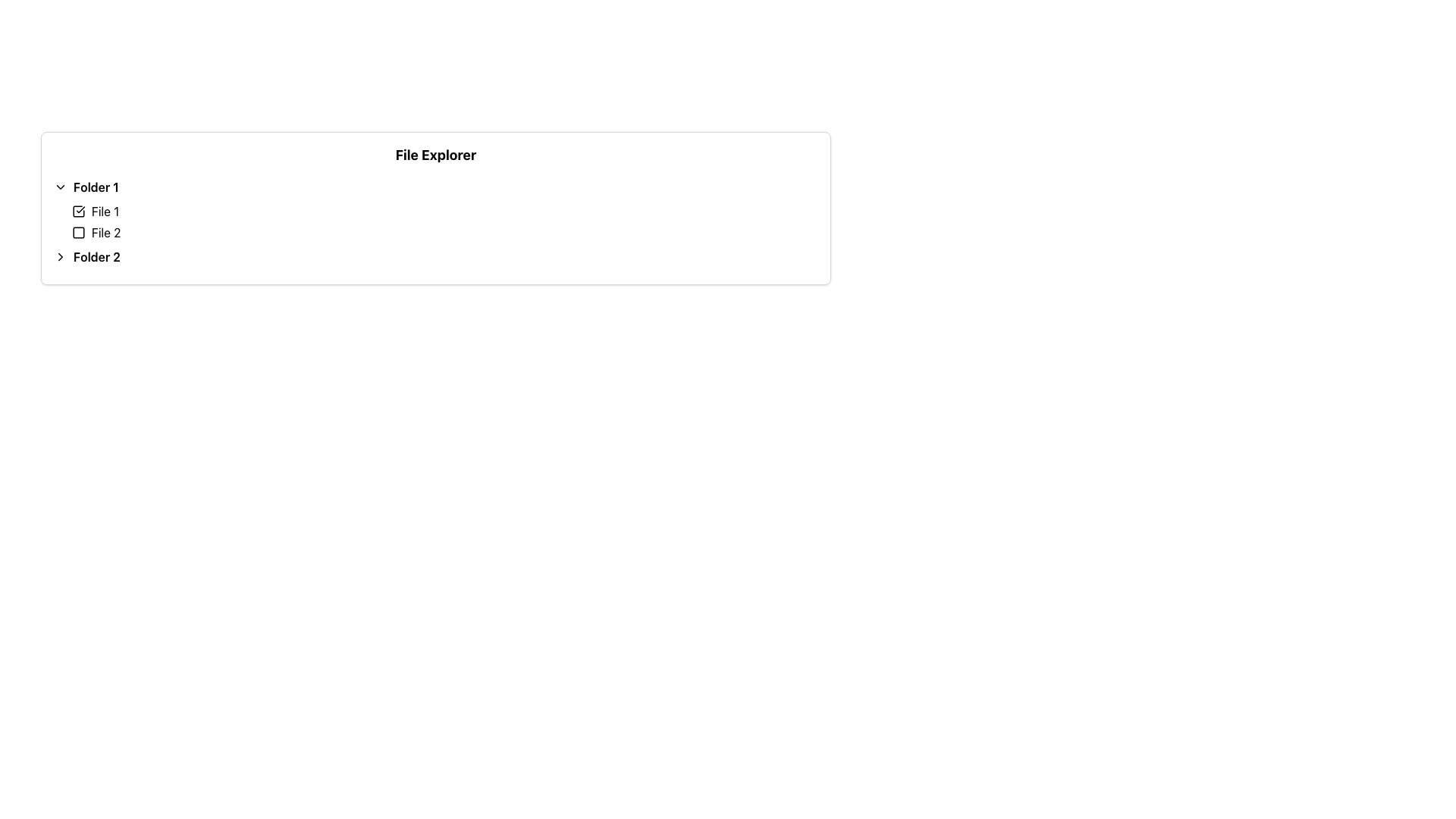  What do you see at coordinates (78, 211) in the screenshot?
I see `the border of the checkbox icon for 'File 1', which is represented as a square with rounded corners and a thin stroke` at bounding box center [78, 211].